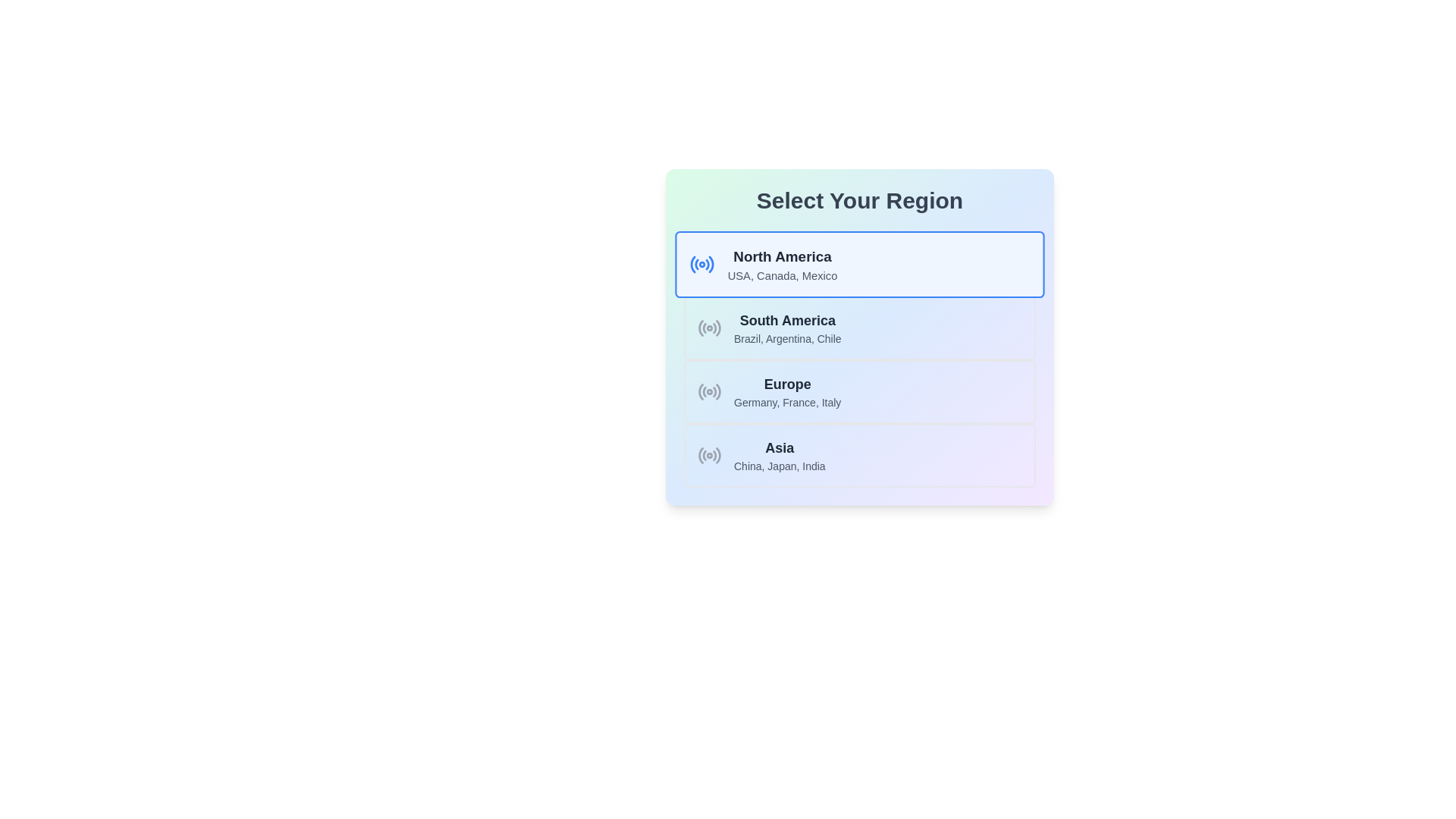  Describe the element at coordinates (783, 275) in the screenshot. I see `the text label displaying 'USA, Canada, Mexico' located below the 'North America' label in the 'Select Your Region' panel` at that location.